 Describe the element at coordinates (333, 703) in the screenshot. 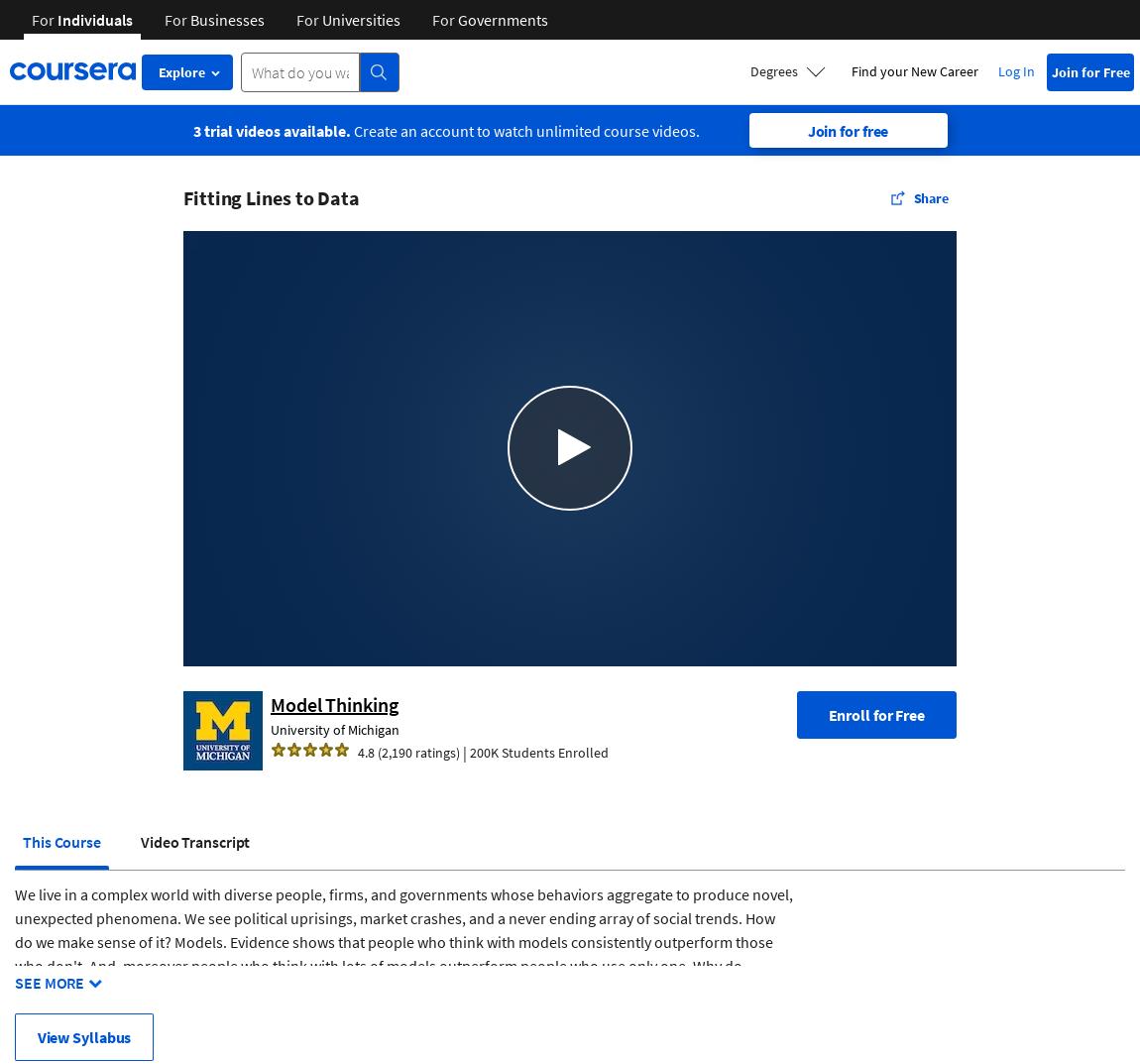

I see `'Model Thinking'` at that location.